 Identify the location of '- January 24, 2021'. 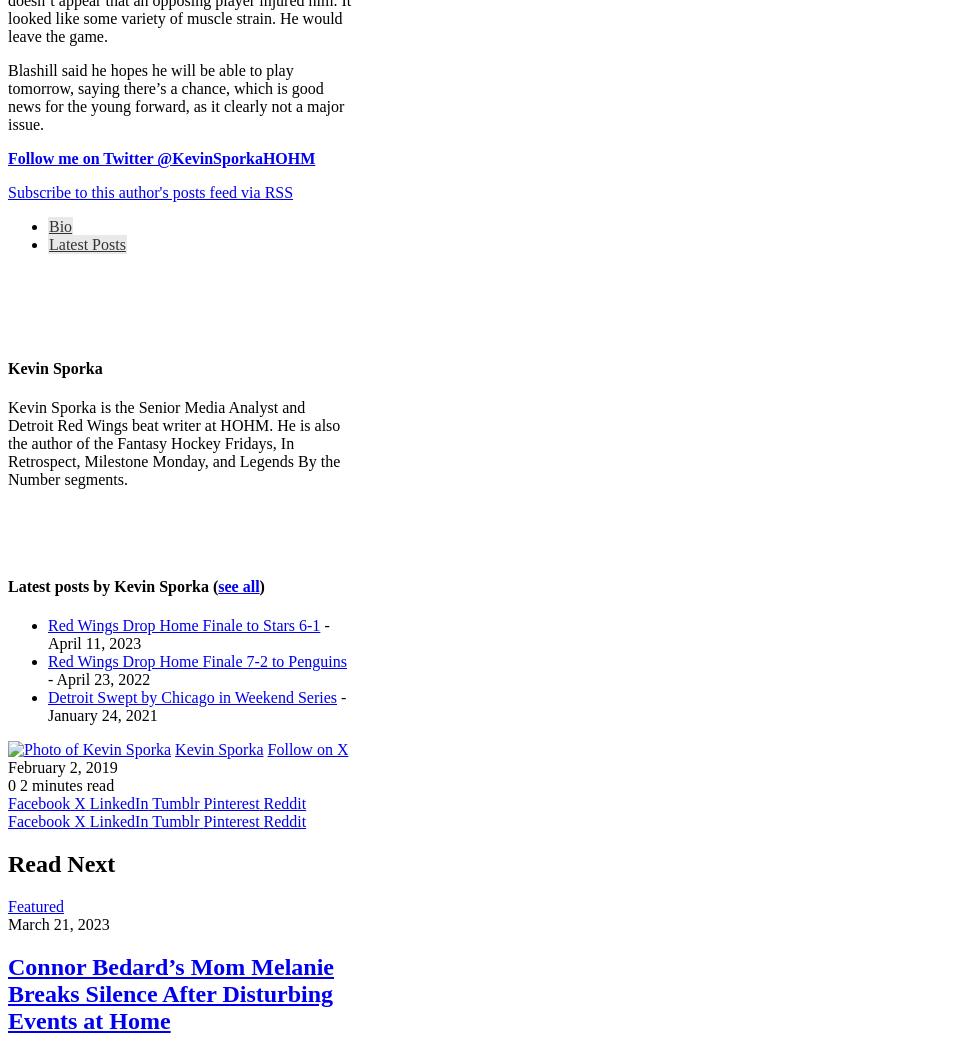
(196, 706).